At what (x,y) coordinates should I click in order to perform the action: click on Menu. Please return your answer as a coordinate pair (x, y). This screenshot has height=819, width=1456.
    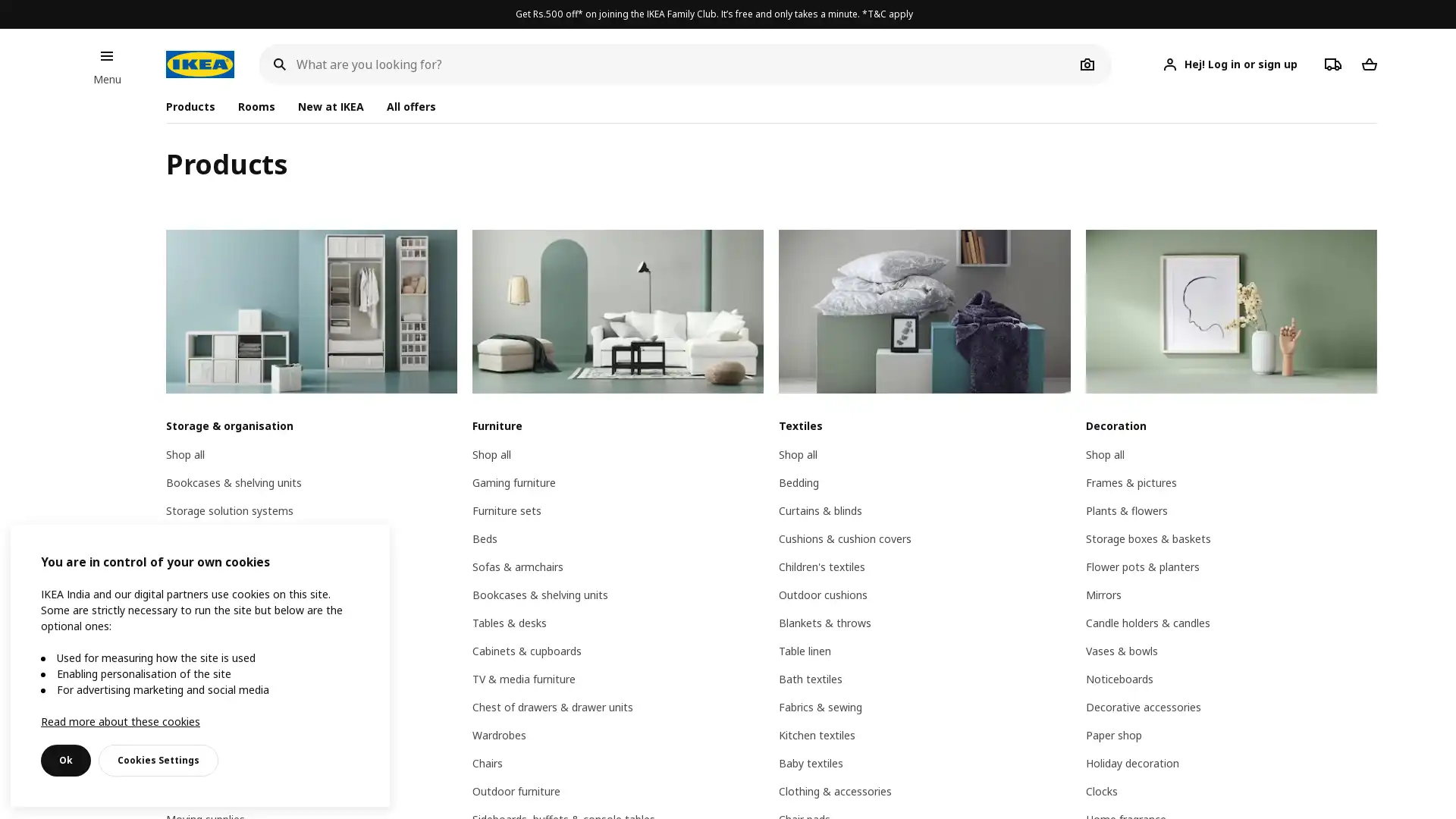
    Looking at the image, I should click on (105, 55).